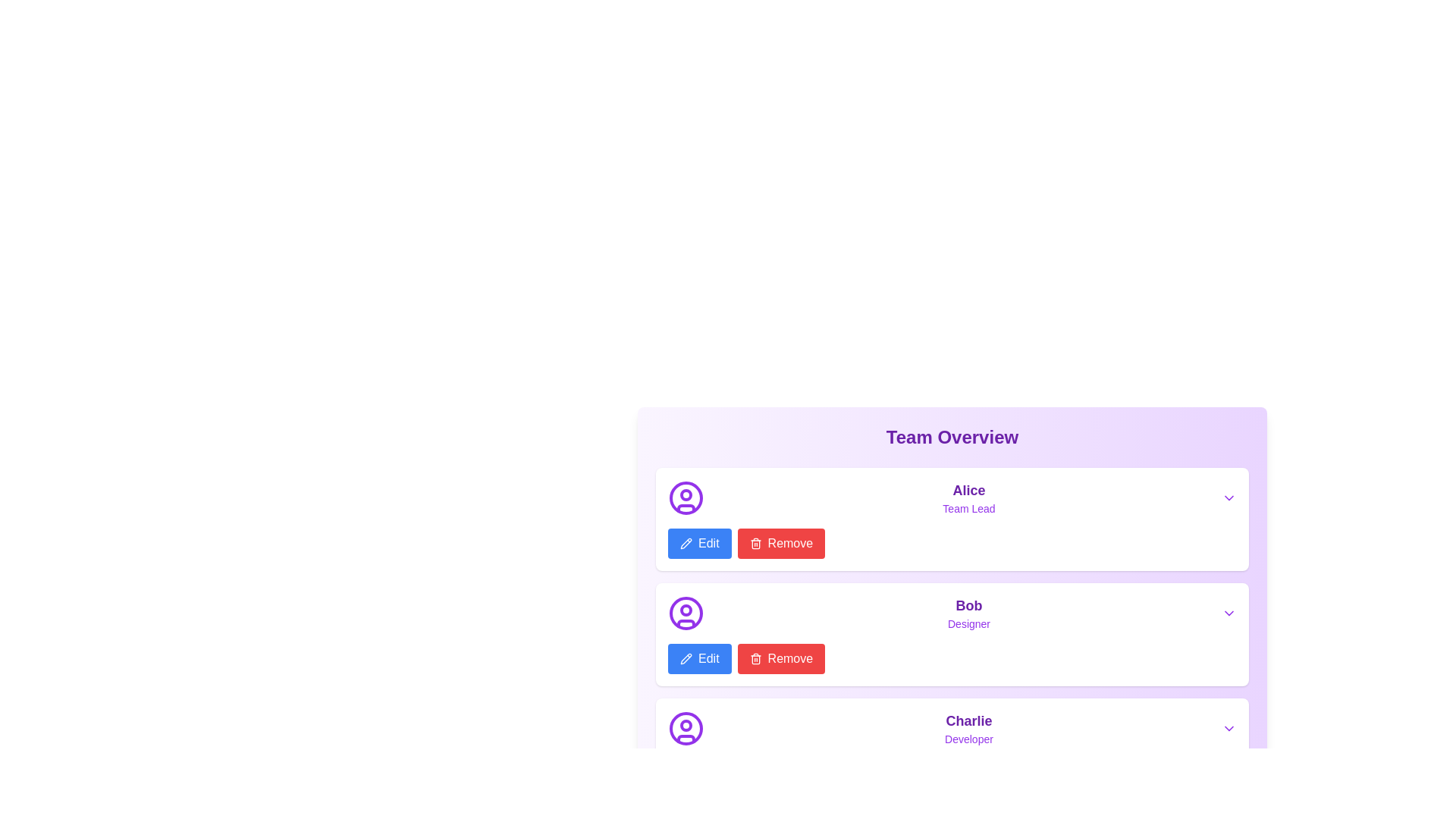 This screenshot has height=819, width=1456. What do you see at coordinates (686, 613) in the screenshot?
I see `the User profile icon, which is a purple circular outline with a head and shoulders shape, located to the left of 'Bob' in the 'Team Overview' section` at bounding box center [686, 613].